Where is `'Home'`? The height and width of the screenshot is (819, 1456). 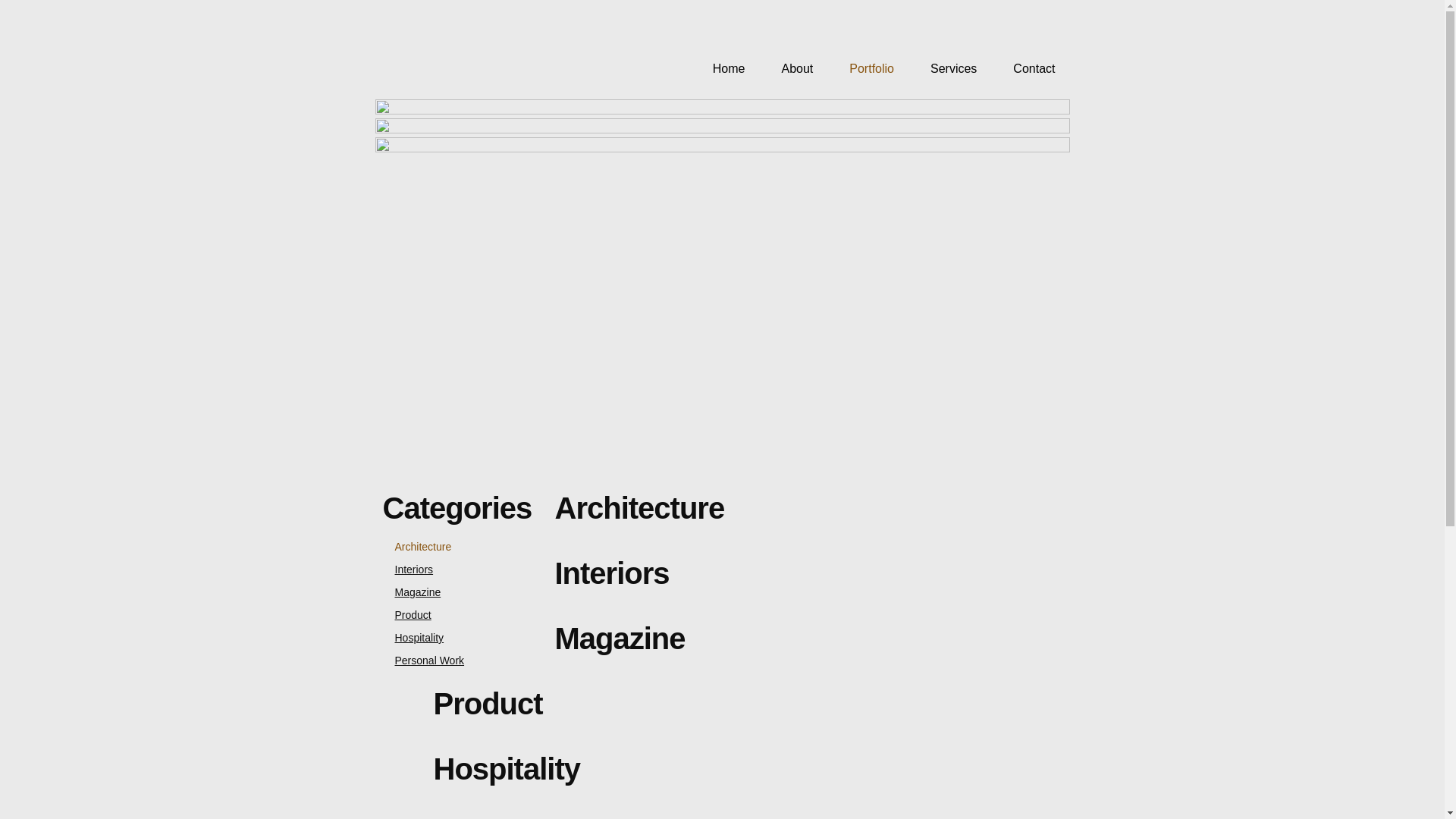 'Home' is located at coordinates (720, 69).